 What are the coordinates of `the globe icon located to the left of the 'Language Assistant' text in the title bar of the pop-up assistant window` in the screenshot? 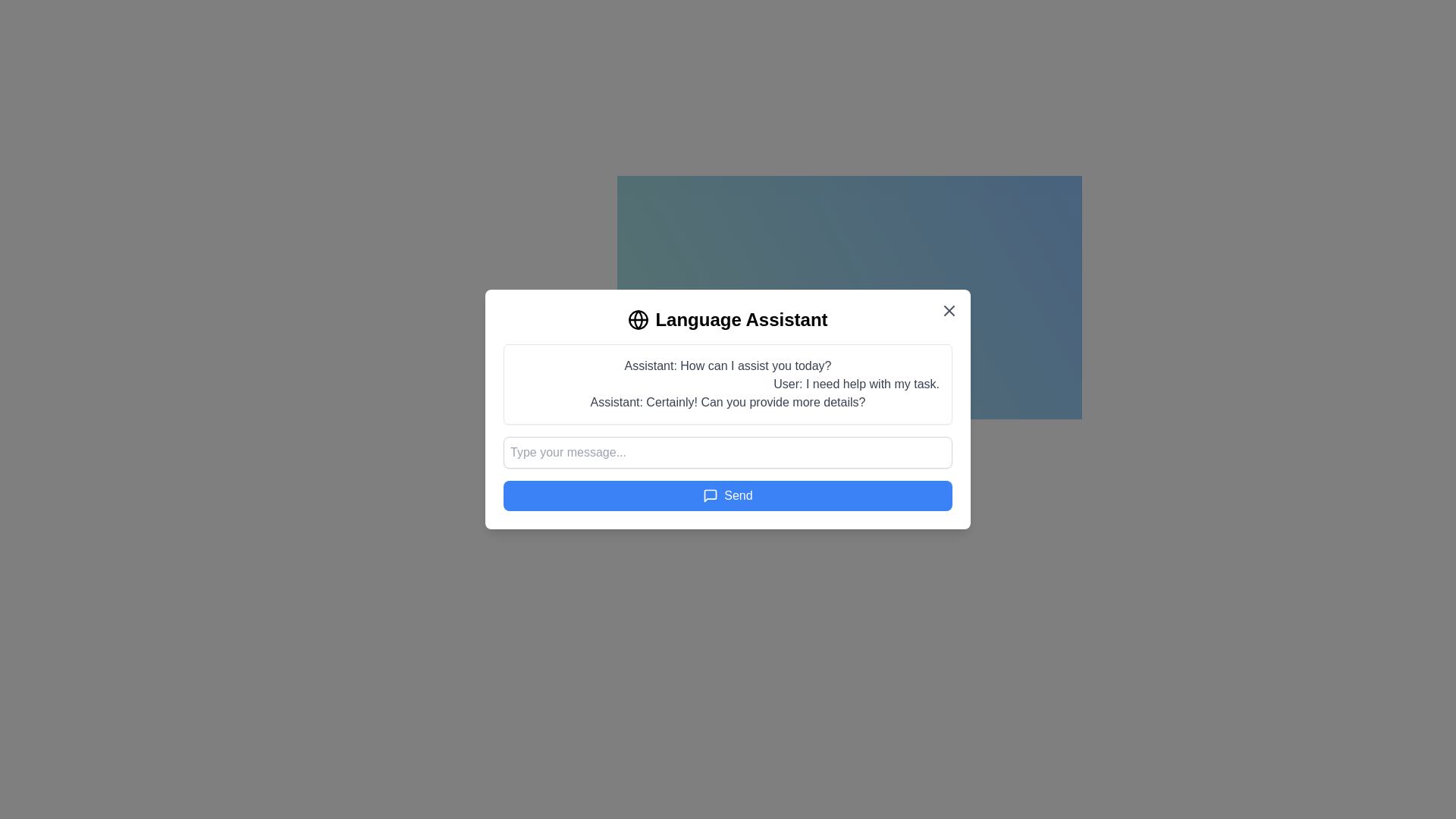 It's located at (639, 318).